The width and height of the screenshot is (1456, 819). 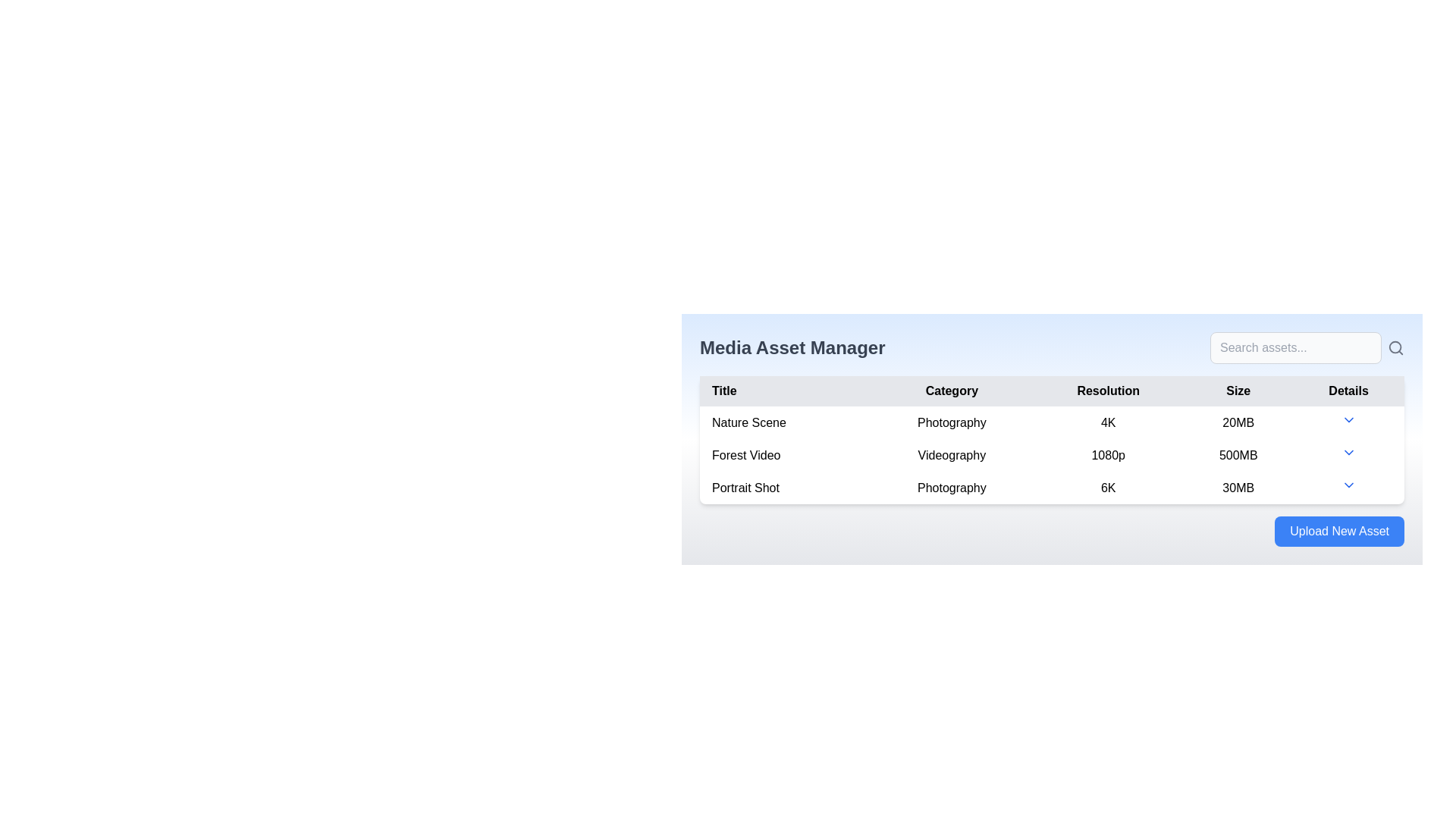 I want to click on the 'Category' text label header, which is a bold black font on a light gray background, positioned in the second column of the header row of the table, so click(x=951, y=391).